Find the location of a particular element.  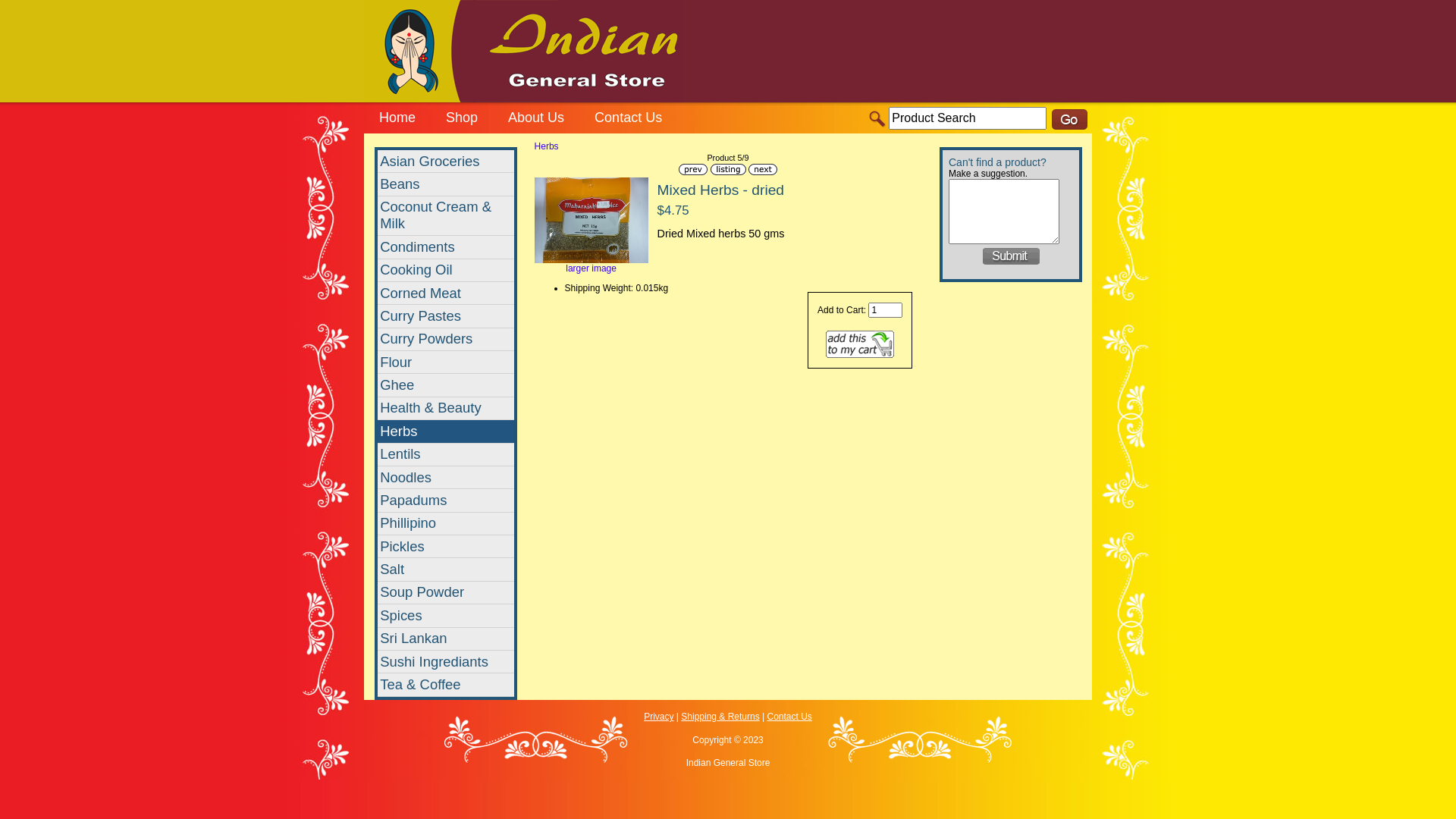

'Curry Pastes' is located at coordinates (445, 315).